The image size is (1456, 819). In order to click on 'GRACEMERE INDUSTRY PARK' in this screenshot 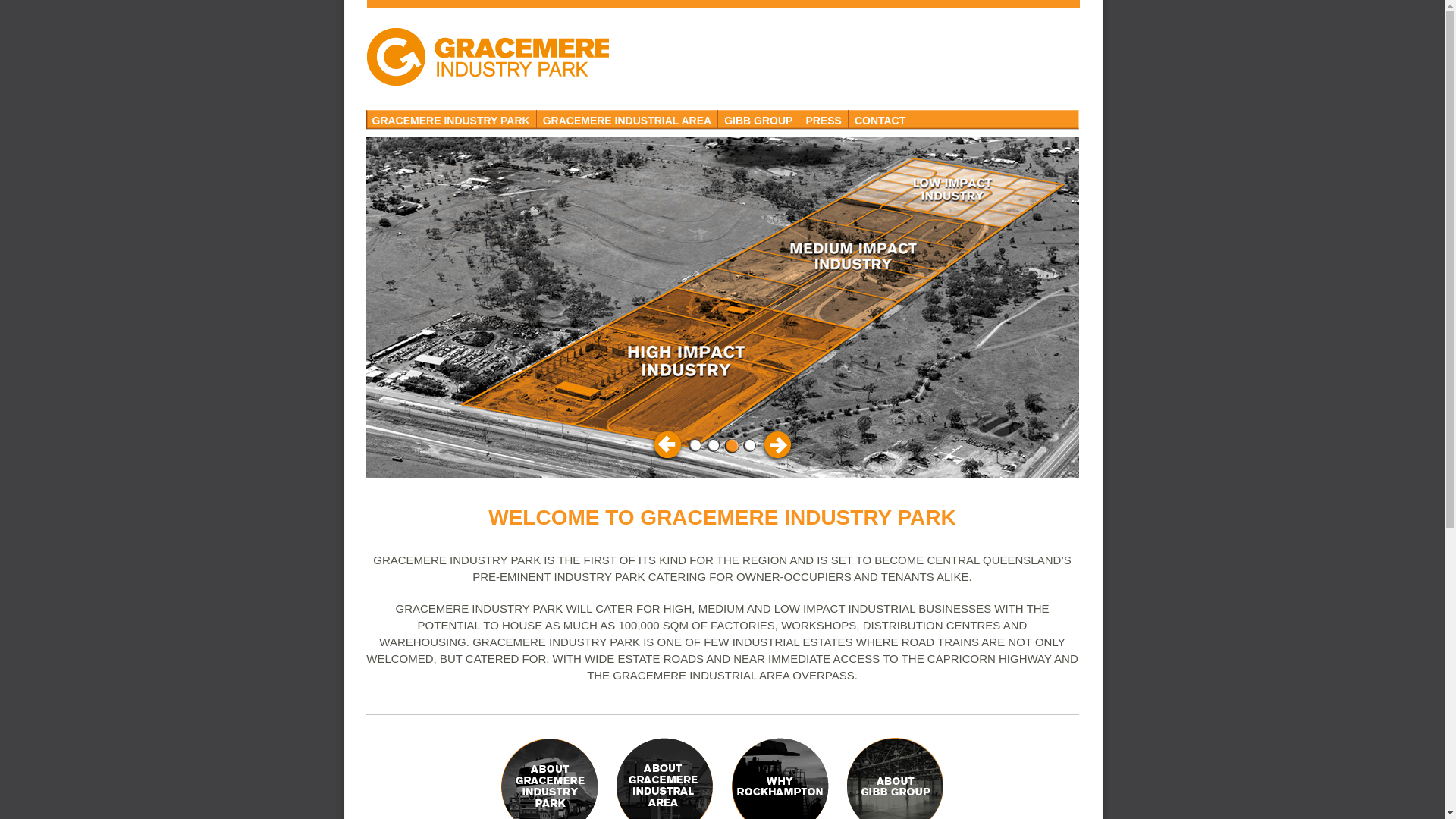, I will do `click(450, 118)`.